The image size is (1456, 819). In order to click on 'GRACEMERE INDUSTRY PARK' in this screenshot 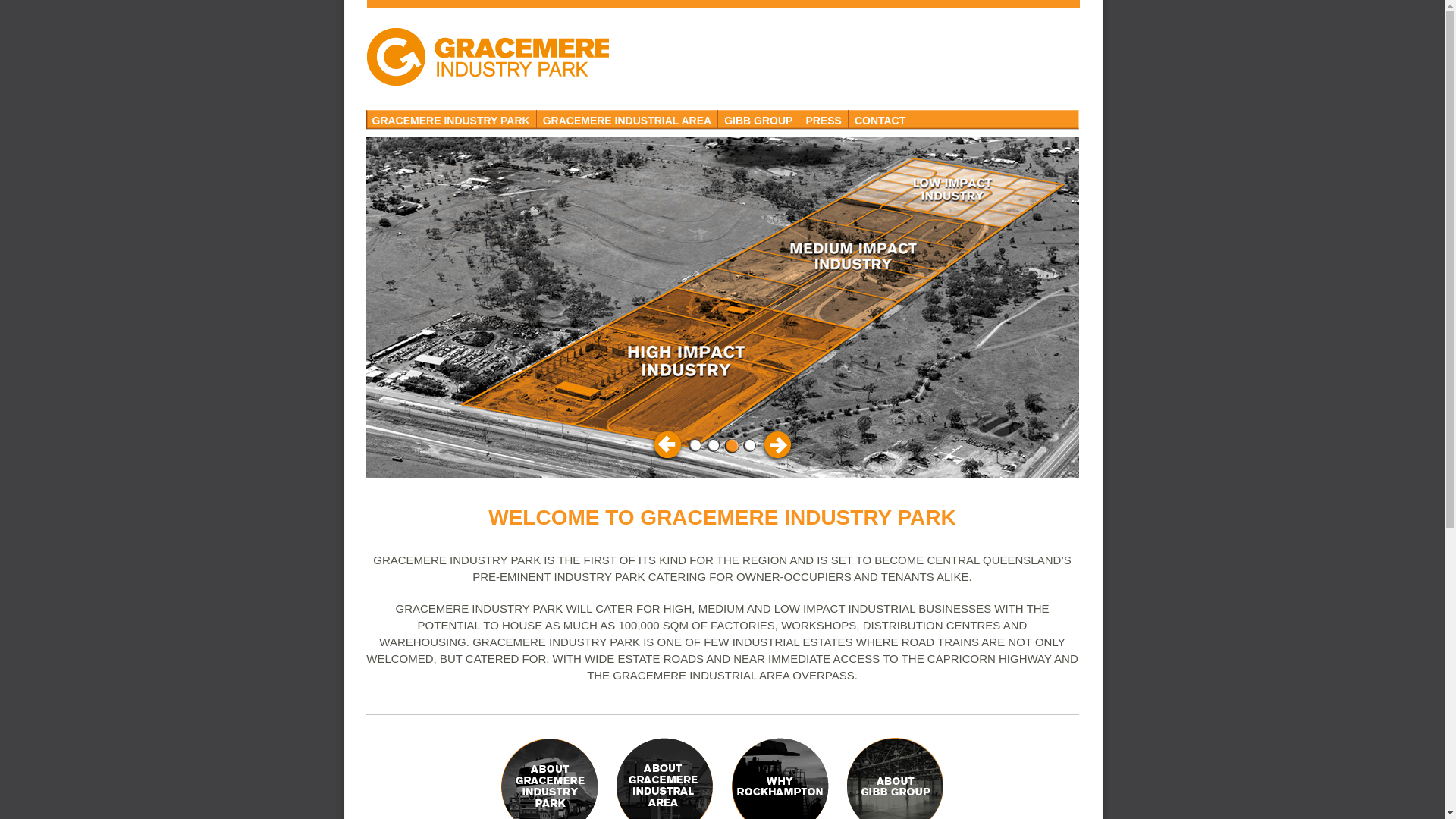, I will do `click(450, 118)`.